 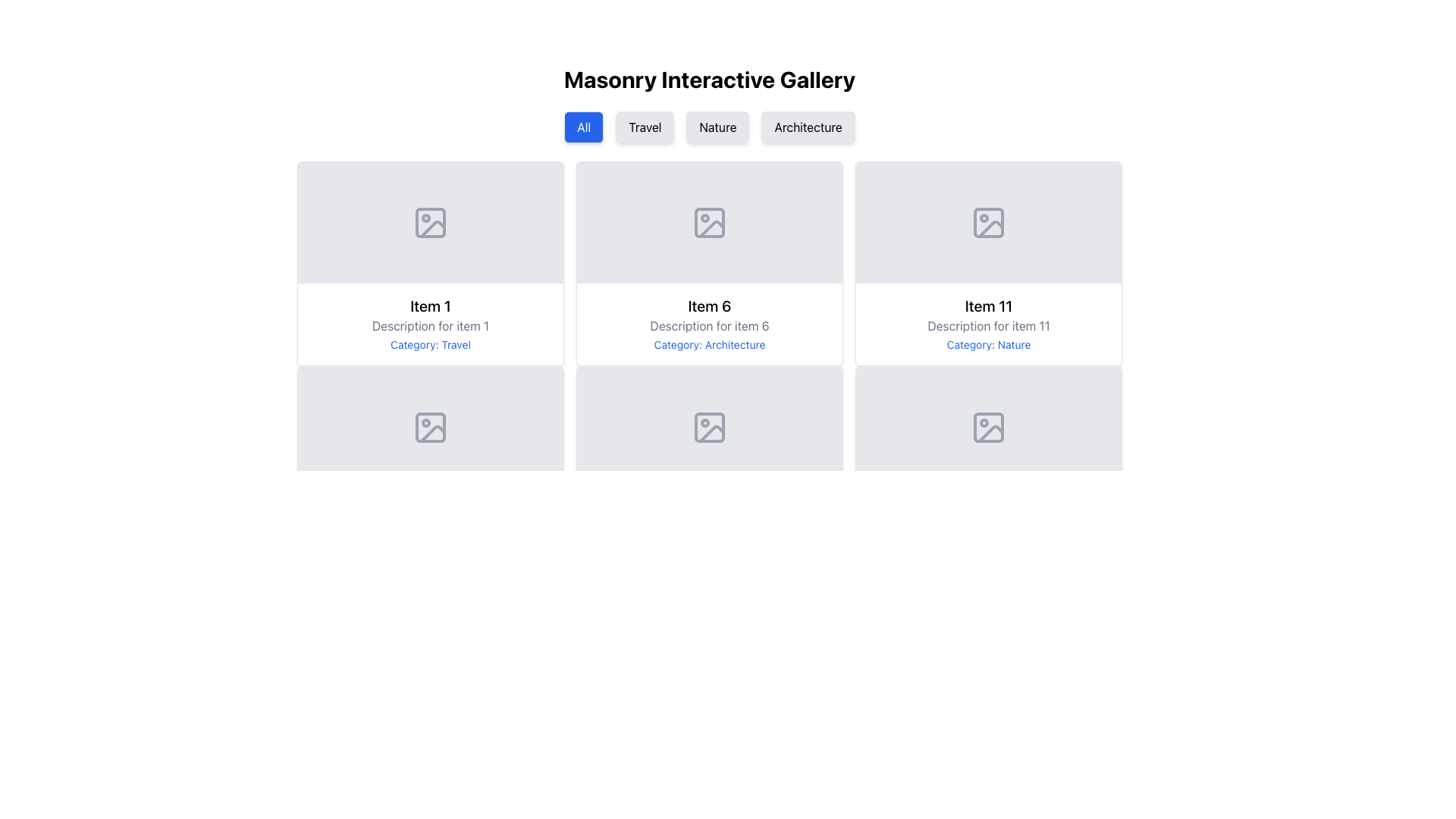 What do you see at coordinates (583, 127) in the screenshot?
I see `the 'All' button, which is the first button in a row of four buttons ('All', 'Travel', 'Nature', 'Architecture') located beneath the header 'Masonry Interactive Gallery'` at bounding box center [583, 127].